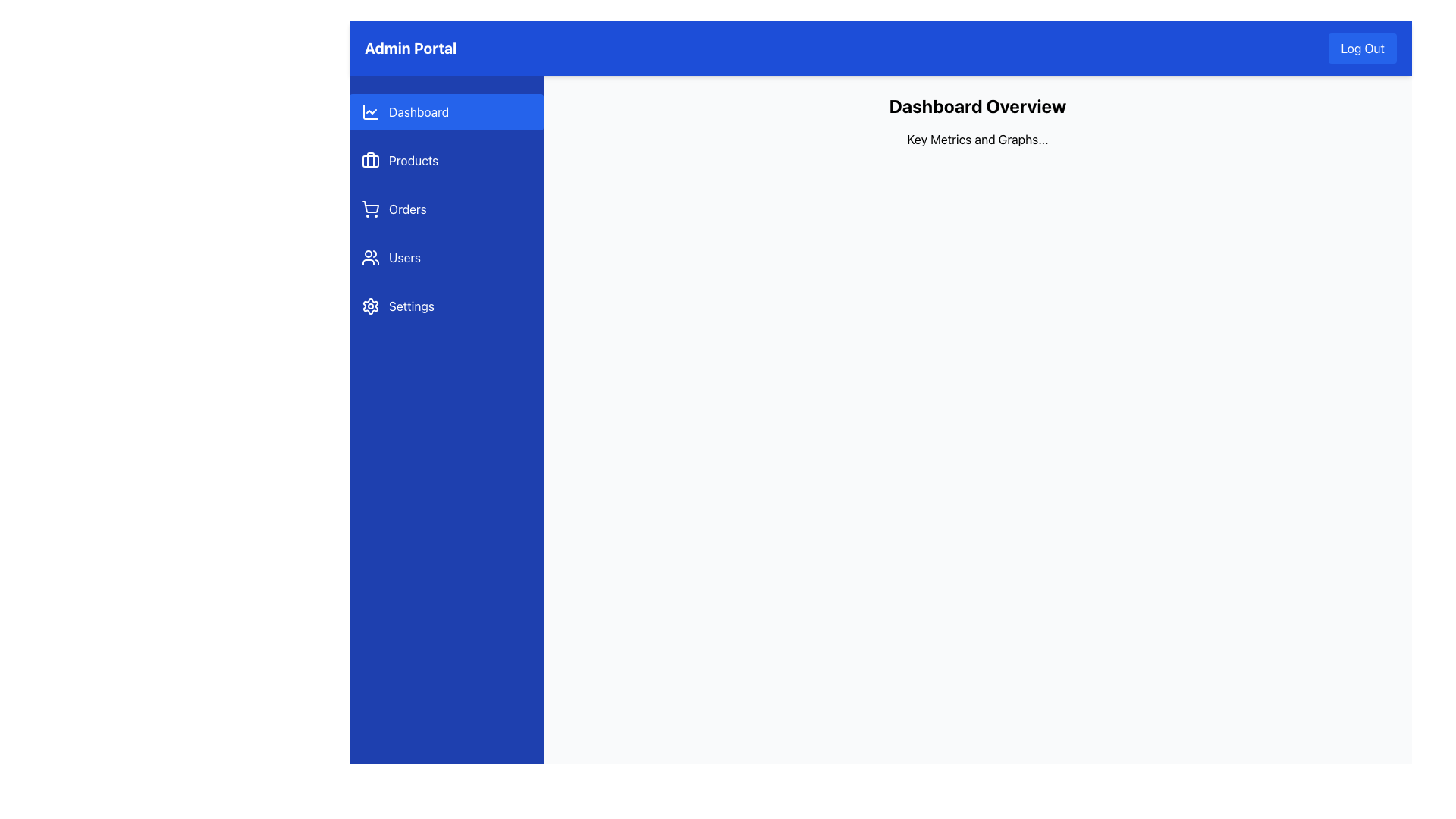 Image resolution: width=1456 pixels, height=819 pixels. I want to click on the briefcase icon located on the navigation menu under the 'Products' label, so click(371, 161).